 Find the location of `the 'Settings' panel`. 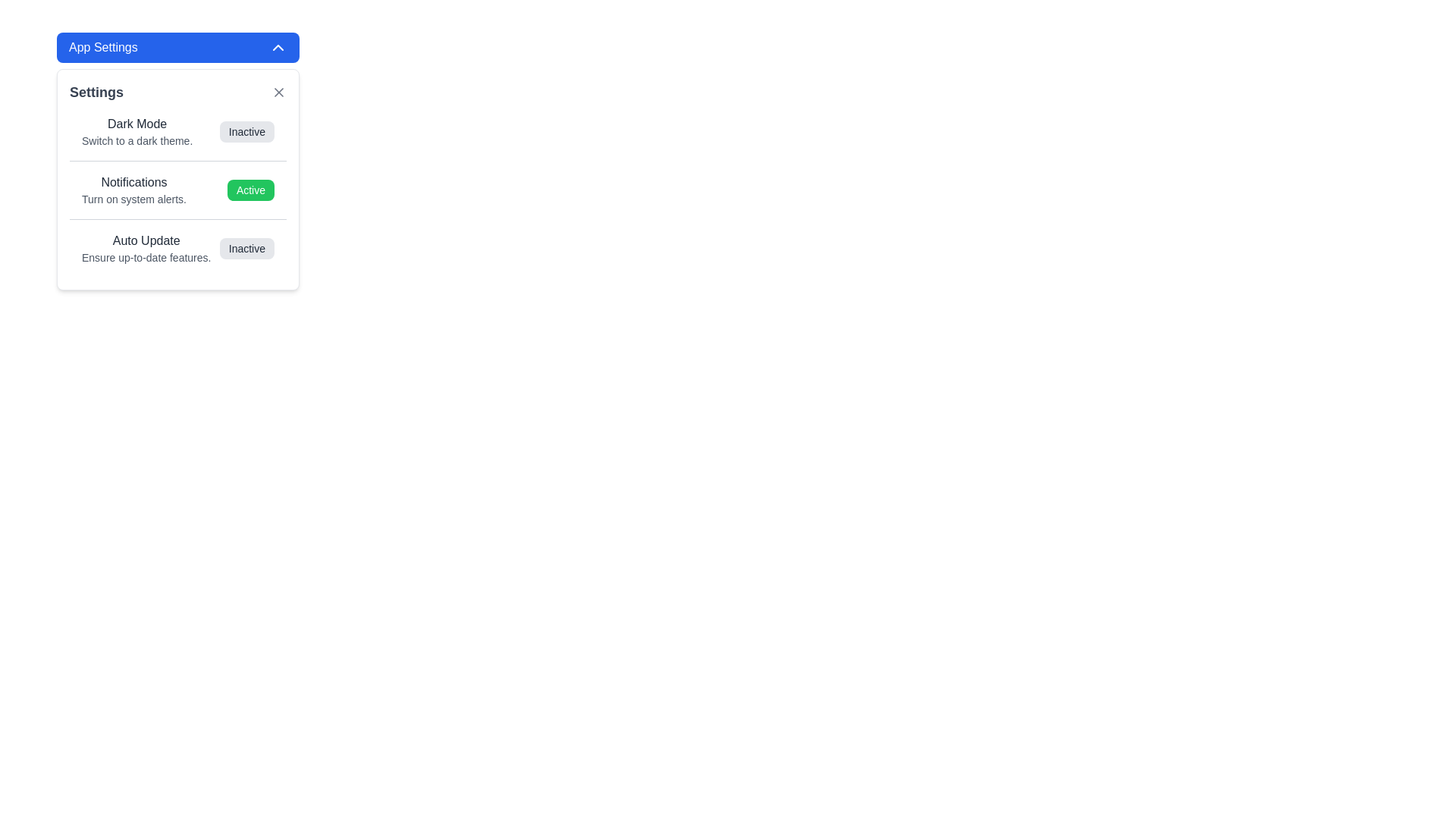

the 'Settings' panel is located at coordinates (178, 178).